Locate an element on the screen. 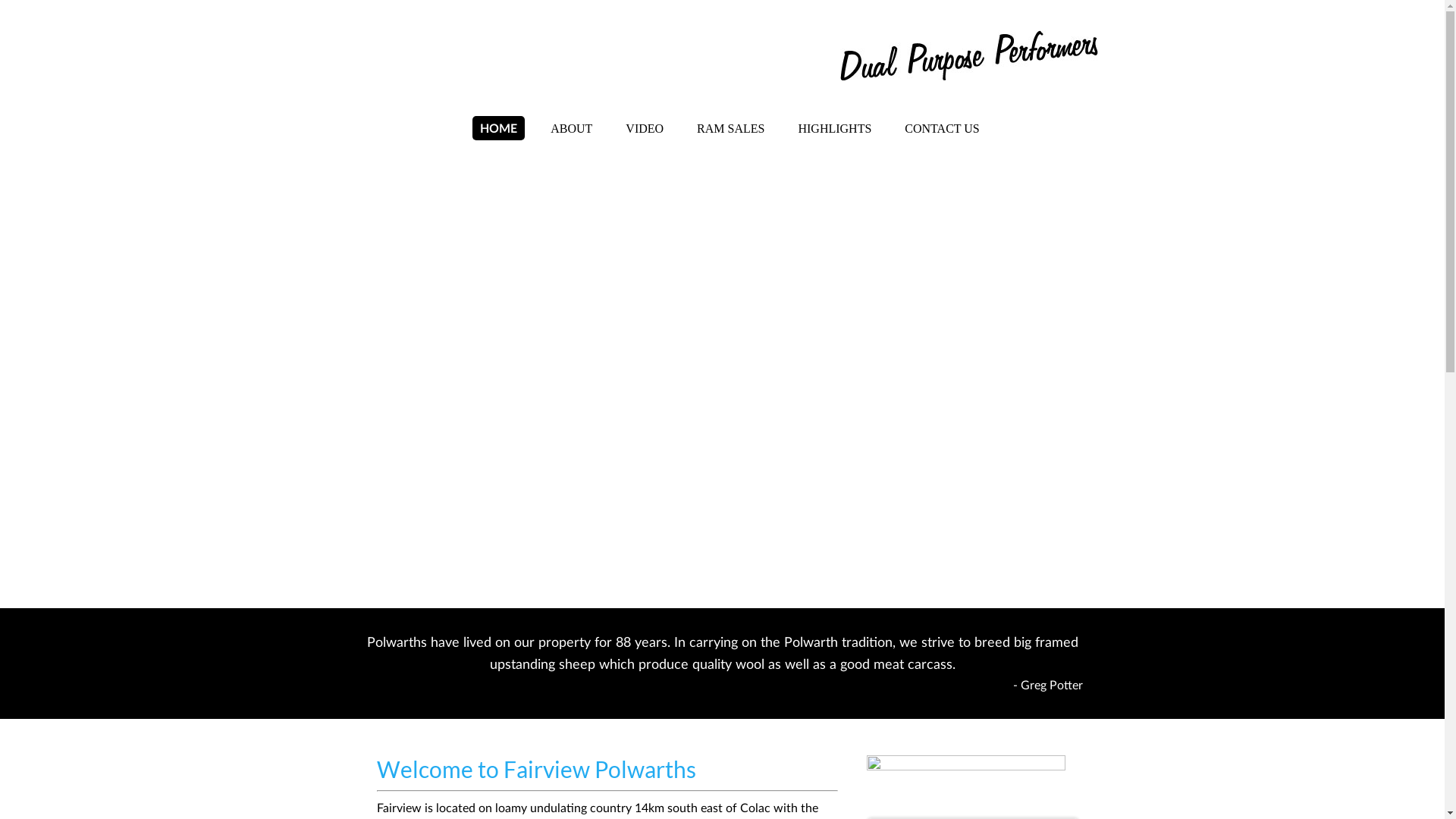  'CONTACT US' is located at coordinates (941, 127).